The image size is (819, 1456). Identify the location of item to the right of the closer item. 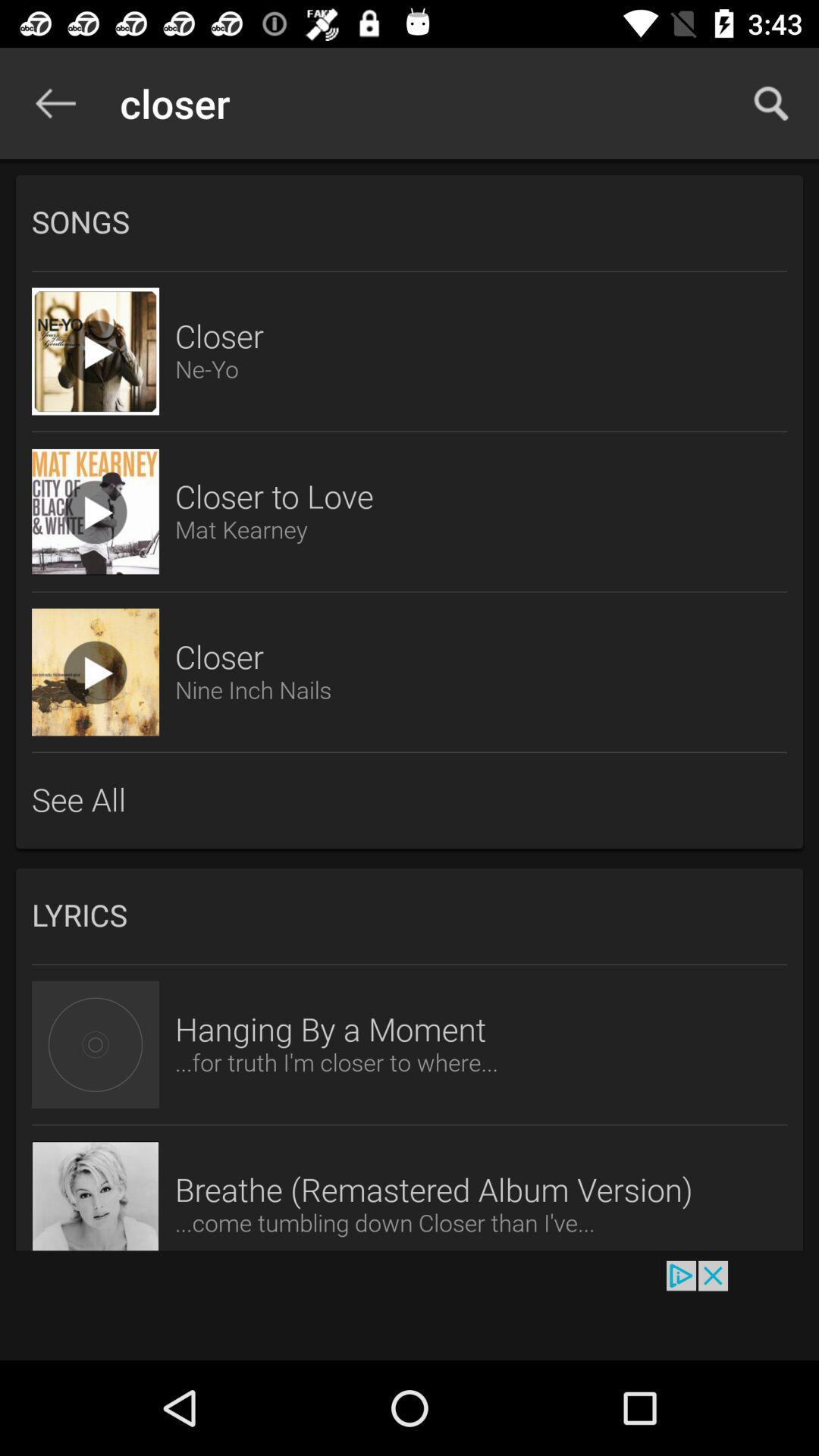
(771, 102).